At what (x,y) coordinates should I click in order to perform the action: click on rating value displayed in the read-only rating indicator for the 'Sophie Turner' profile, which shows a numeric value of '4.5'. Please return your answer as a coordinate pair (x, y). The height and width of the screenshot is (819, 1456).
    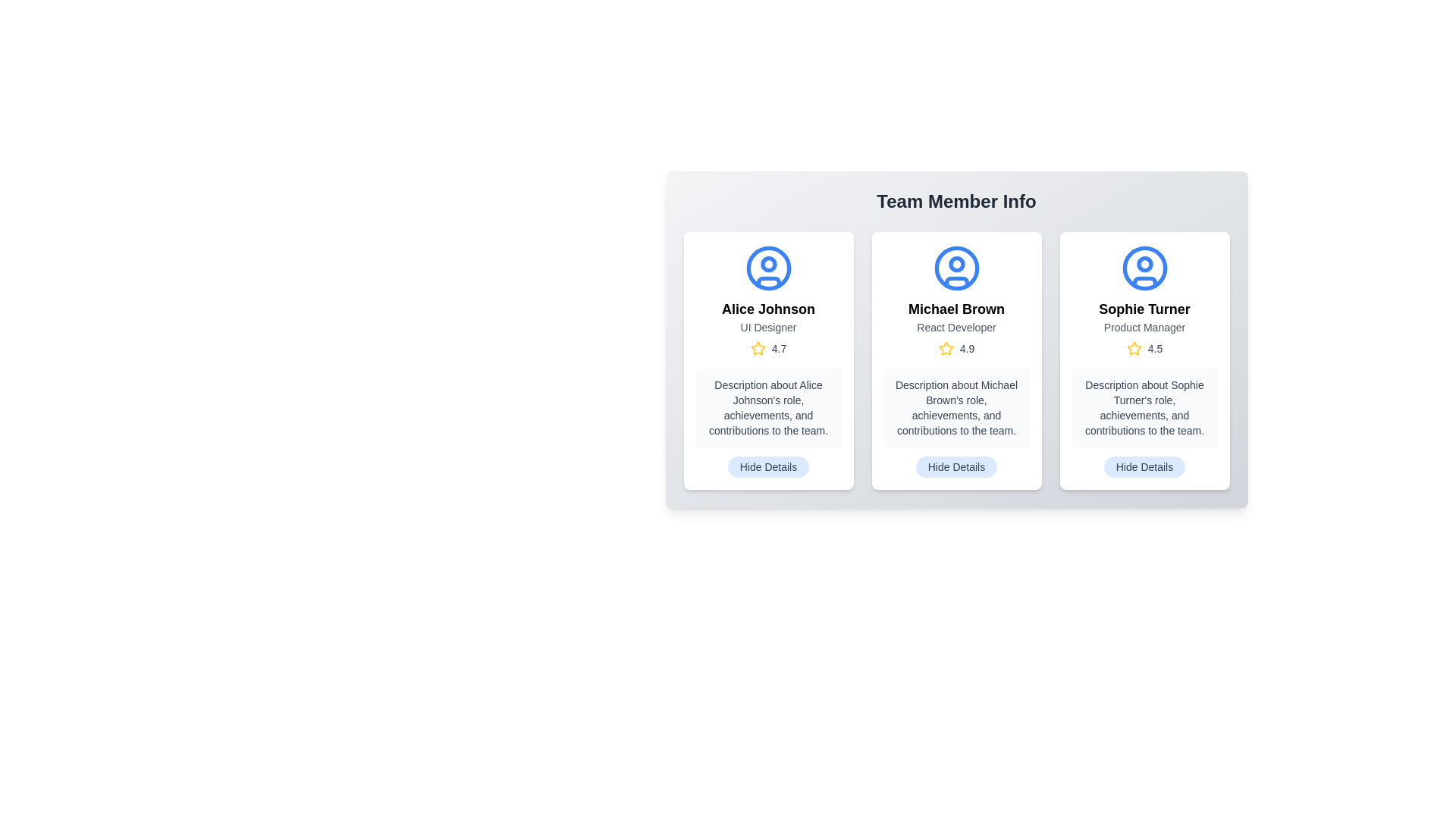
    Looking at the image, I should click on (1144, 348).